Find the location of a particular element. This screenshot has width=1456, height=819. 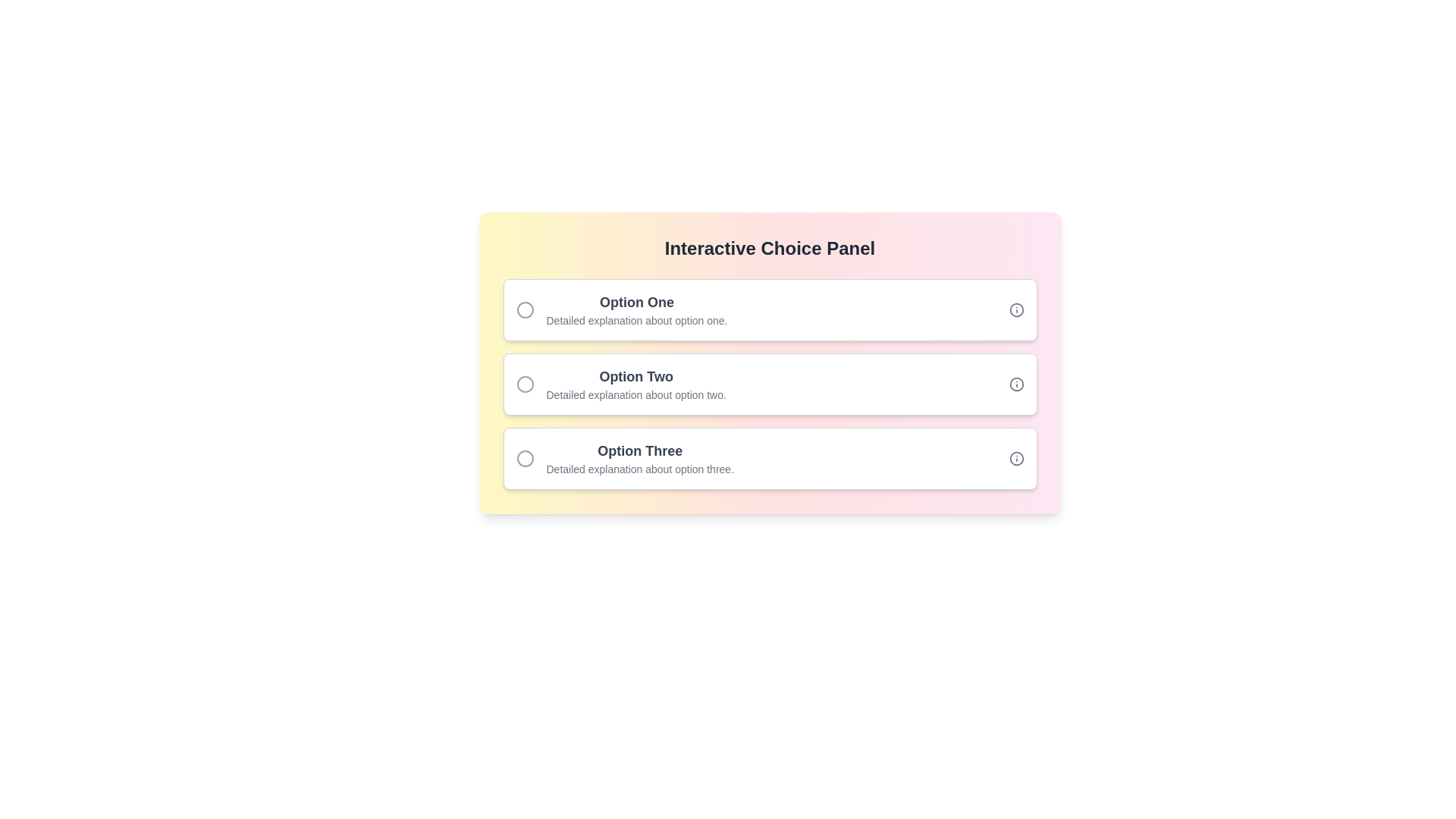

the circular SVG element of the radio button for 'Option Two' located within the 'Interactive Choice Panel' is located at coordinates (525, 383).